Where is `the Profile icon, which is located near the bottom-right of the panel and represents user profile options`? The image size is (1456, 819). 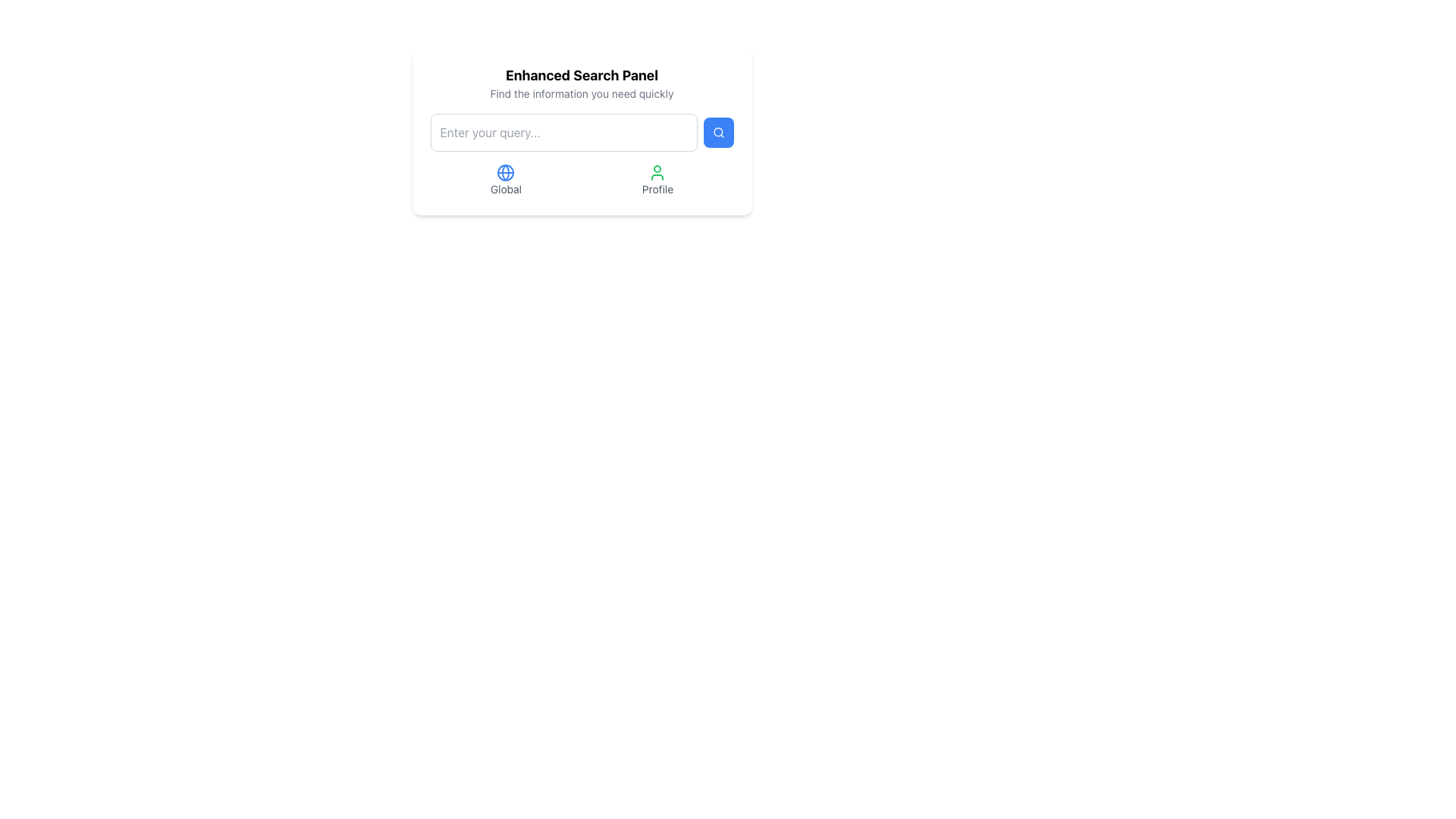
the Profile icon, which is located near the bottom-right of the panel and represents user profile options is located at coordinates (657, 171).